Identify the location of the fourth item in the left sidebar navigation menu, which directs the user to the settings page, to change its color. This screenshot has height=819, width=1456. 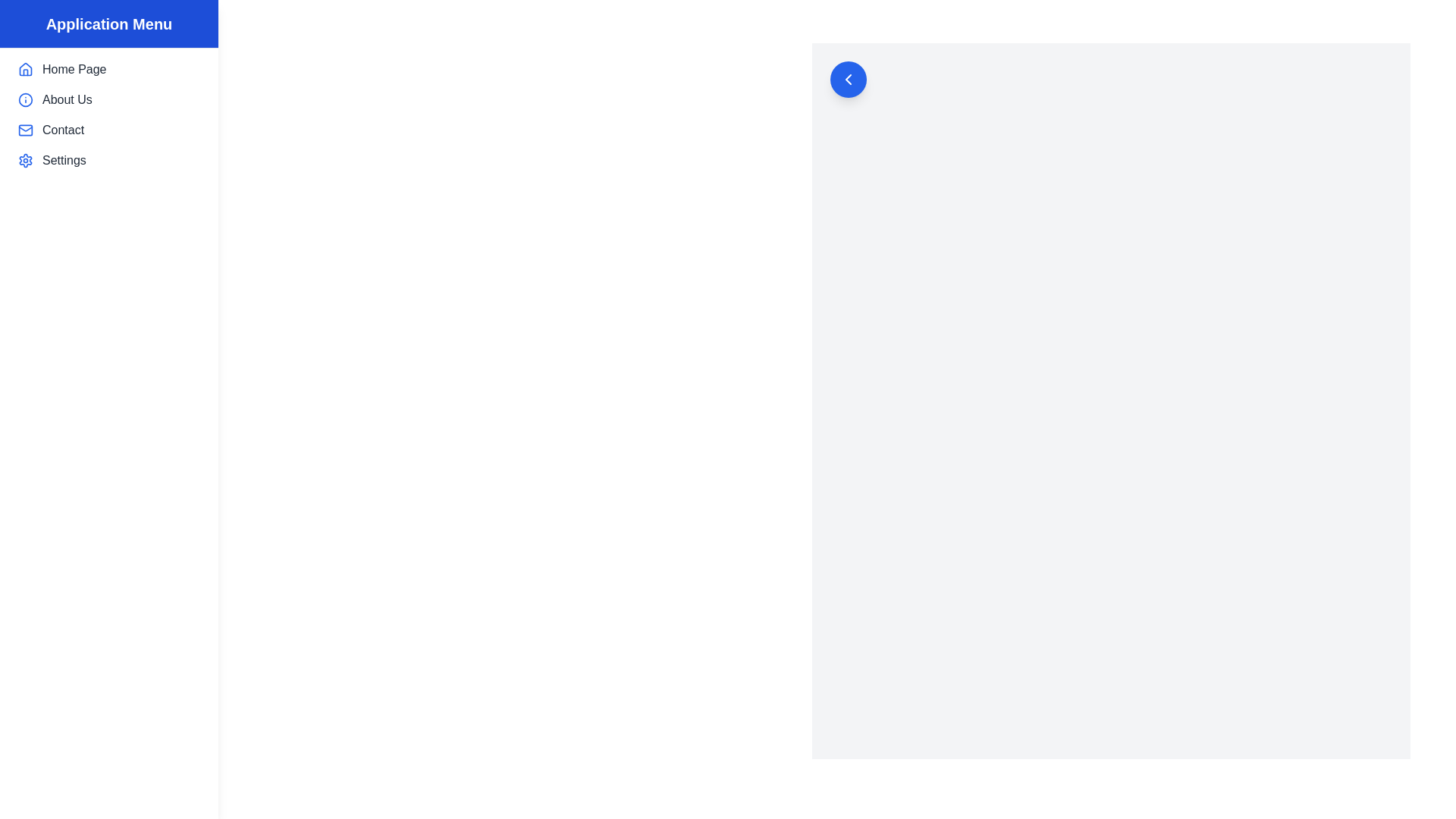
(108, 161).